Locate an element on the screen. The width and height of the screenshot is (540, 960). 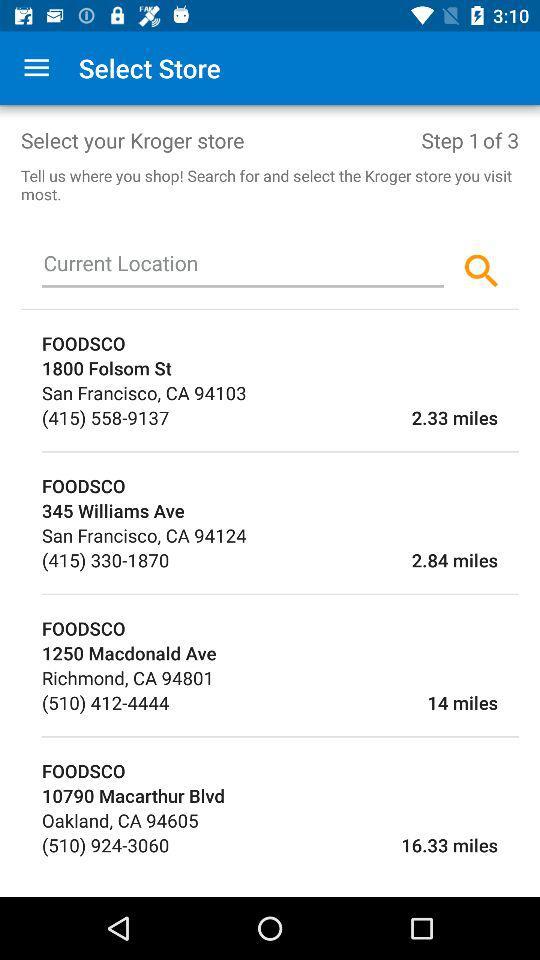
the 1800 folsom st is located at coordinates (279, 367).